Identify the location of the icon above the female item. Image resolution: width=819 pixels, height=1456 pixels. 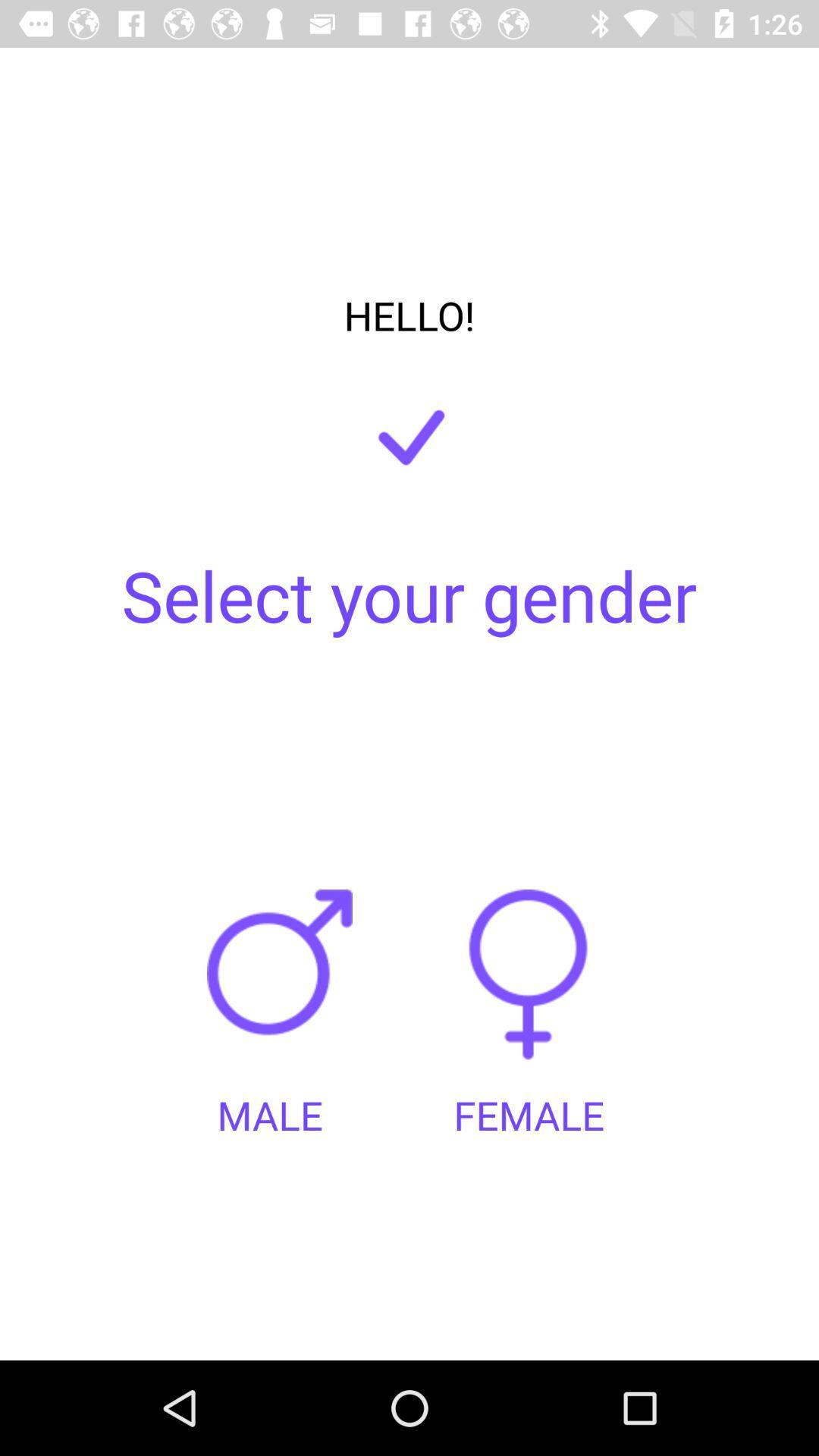
(528, 989).